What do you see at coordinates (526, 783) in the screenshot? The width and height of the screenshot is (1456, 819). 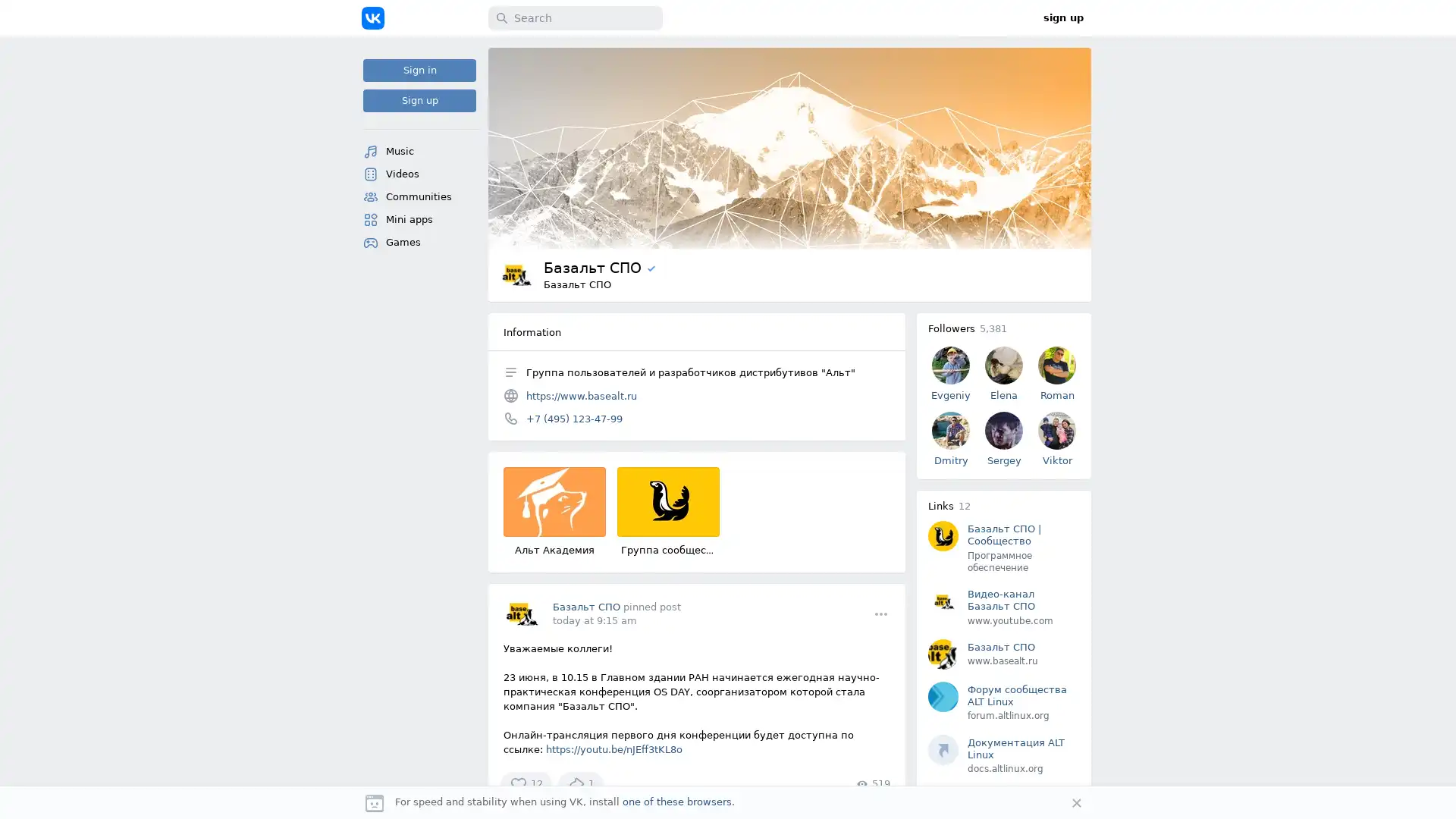 I see `Send reaction Like` at bounding box center [526, 783].